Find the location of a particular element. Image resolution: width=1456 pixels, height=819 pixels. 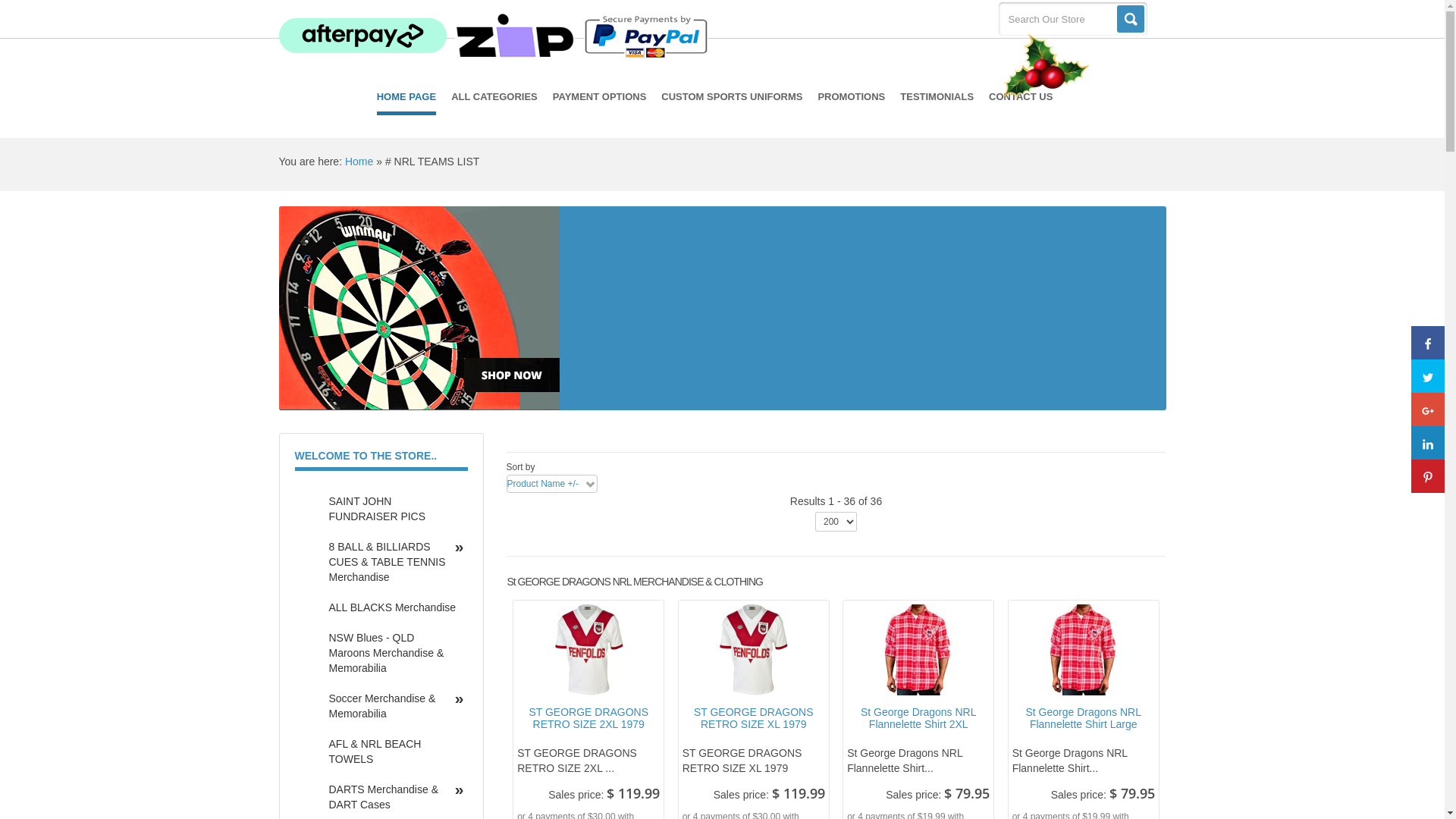

'HOME PAGE' is located at coordinates (377, 99).